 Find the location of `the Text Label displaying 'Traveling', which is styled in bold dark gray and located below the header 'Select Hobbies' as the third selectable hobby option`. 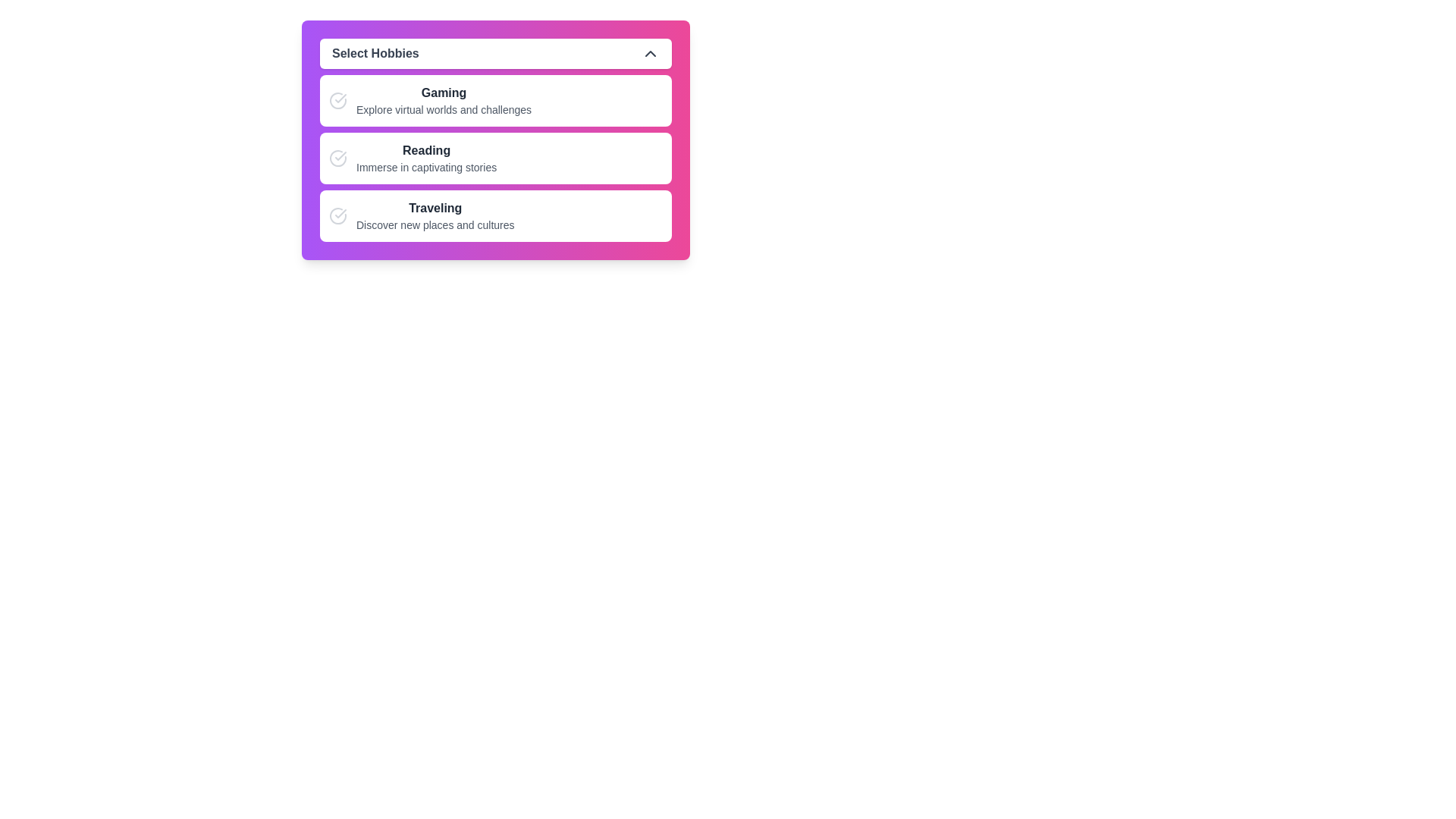

the Text Label displaying 'Traveling', which is styled in bold dark gray and located below the header 'Select Hobbies' as the third selectable hobby option is located at coordinates (435, 208).